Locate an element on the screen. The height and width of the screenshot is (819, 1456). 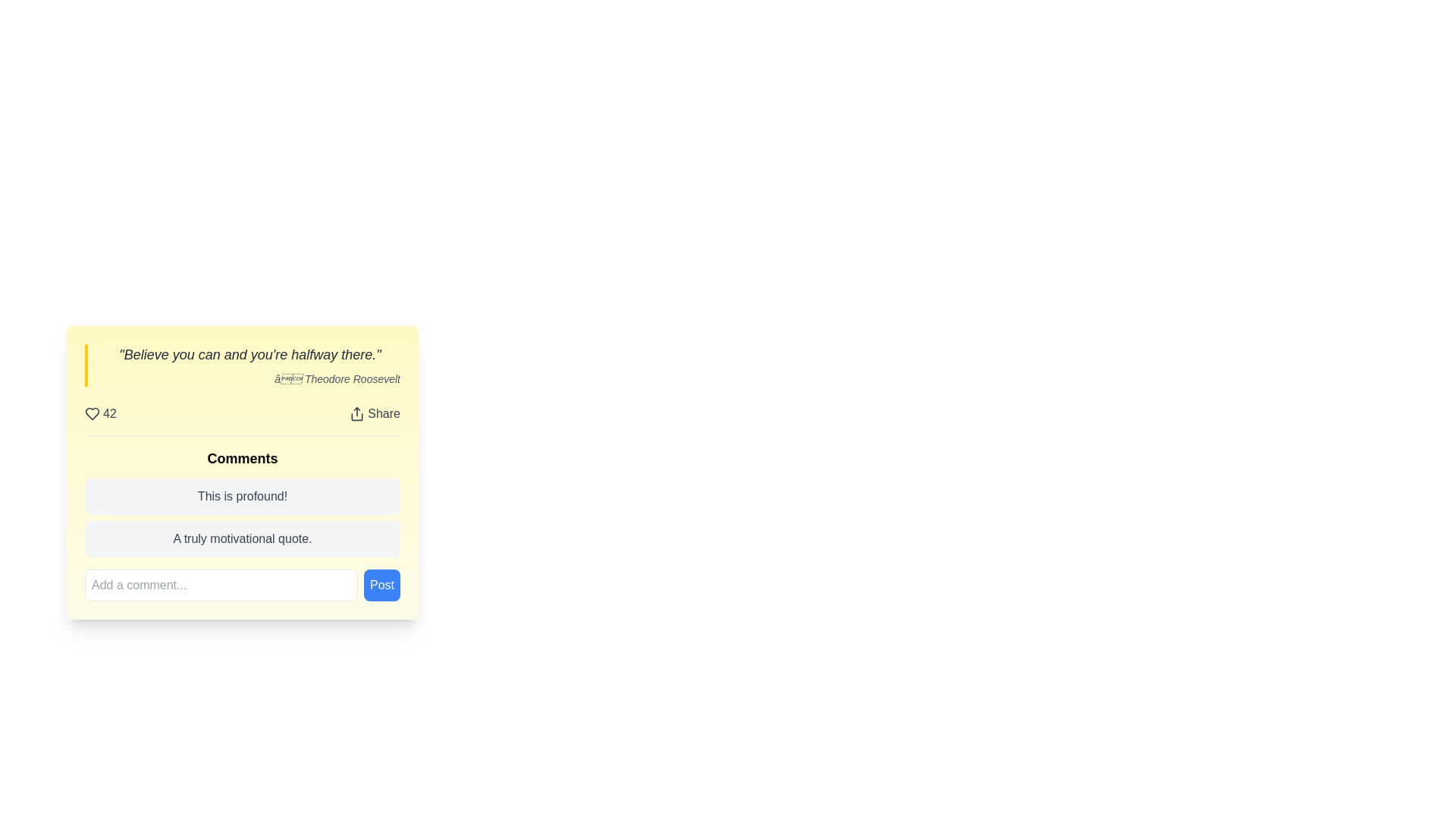
the interactive component with a heart icon and the text '42' is located at coordinates (99, 414).